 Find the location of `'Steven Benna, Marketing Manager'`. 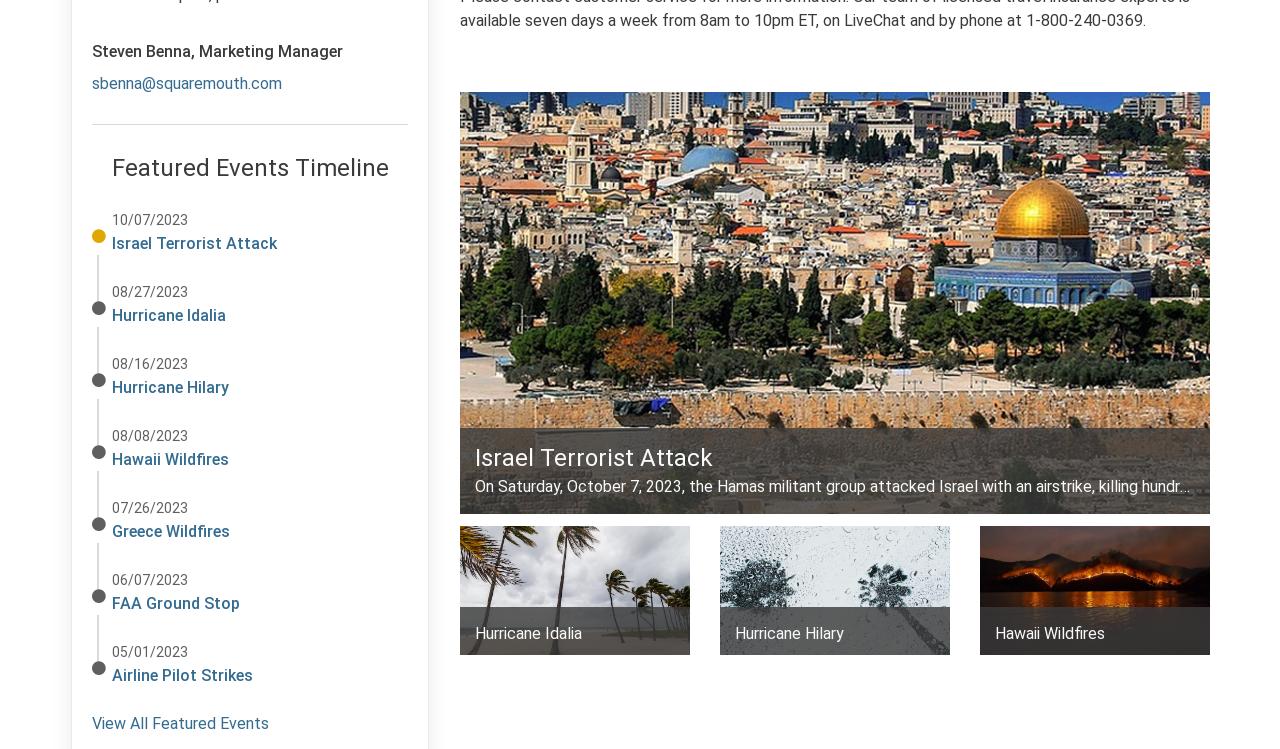

'Steven Benna, Marketing Manager' is located at coordinates (217, 51).